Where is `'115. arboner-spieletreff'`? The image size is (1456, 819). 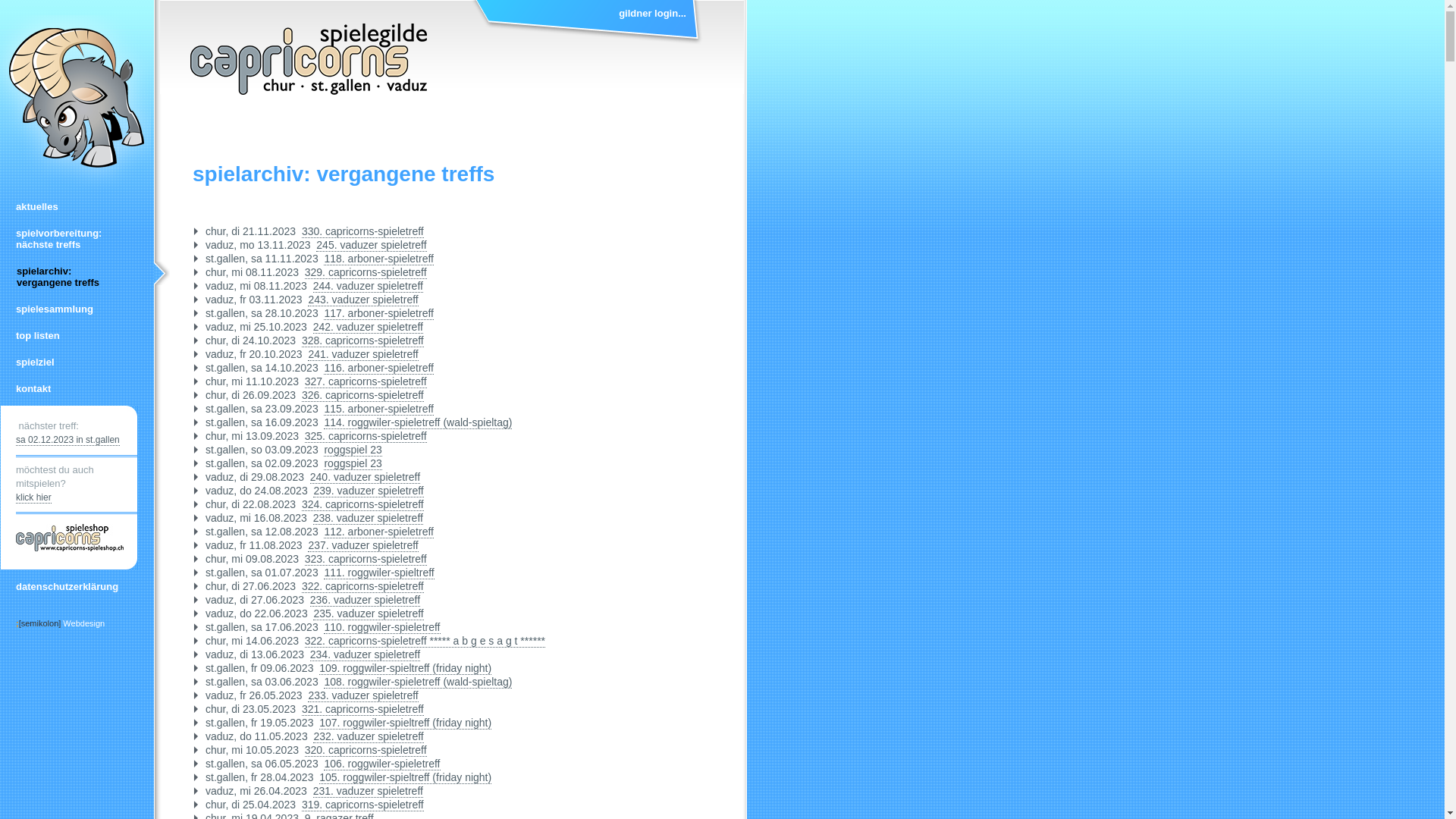 '115. arboner-spieletreff' is located at coordinates (378, 408).